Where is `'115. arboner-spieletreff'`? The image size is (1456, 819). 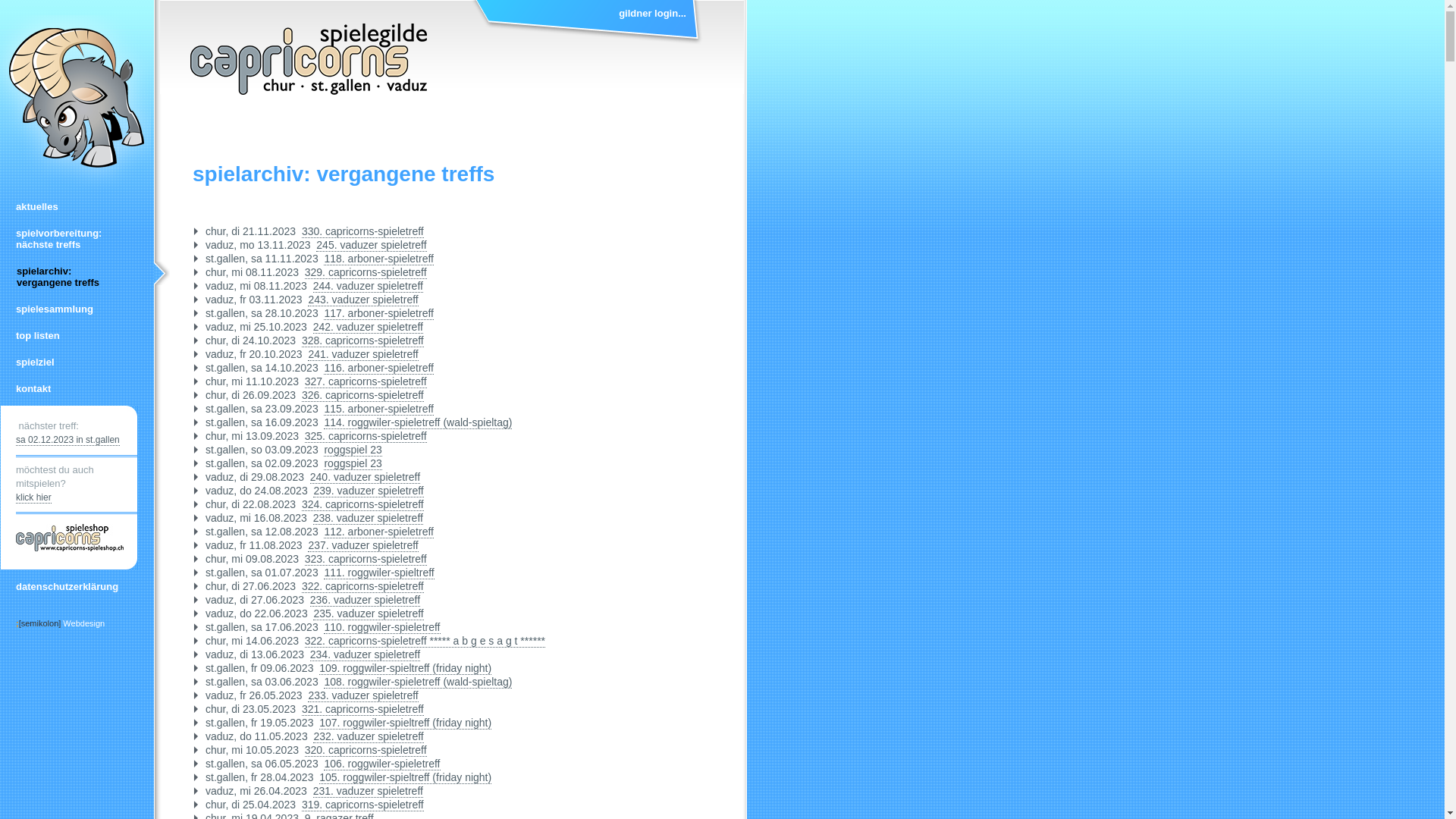 '115. arboner-spieletreff' is located at coordinates (378, 408).